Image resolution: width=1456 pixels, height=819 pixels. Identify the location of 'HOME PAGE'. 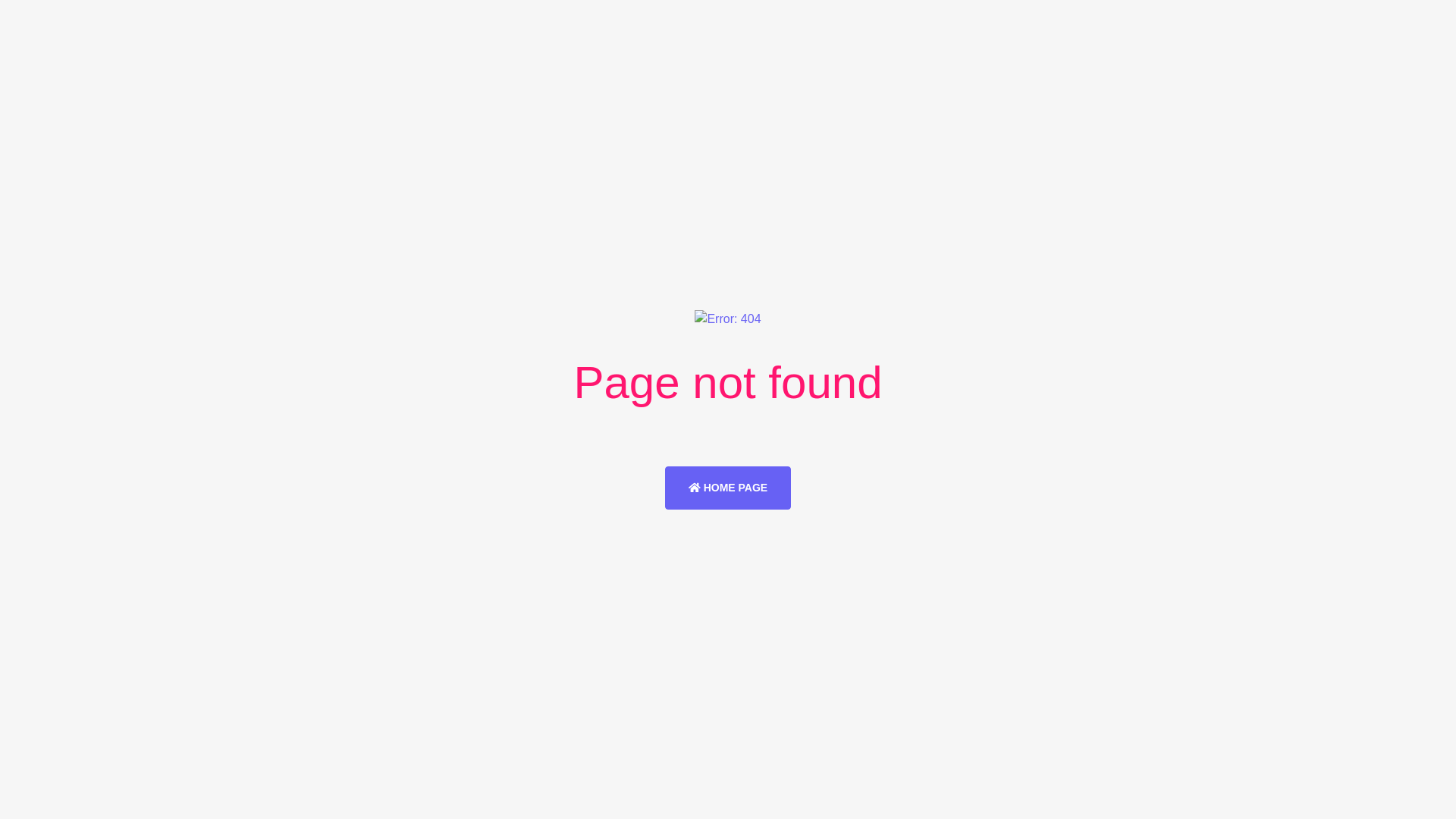
(728, 487).